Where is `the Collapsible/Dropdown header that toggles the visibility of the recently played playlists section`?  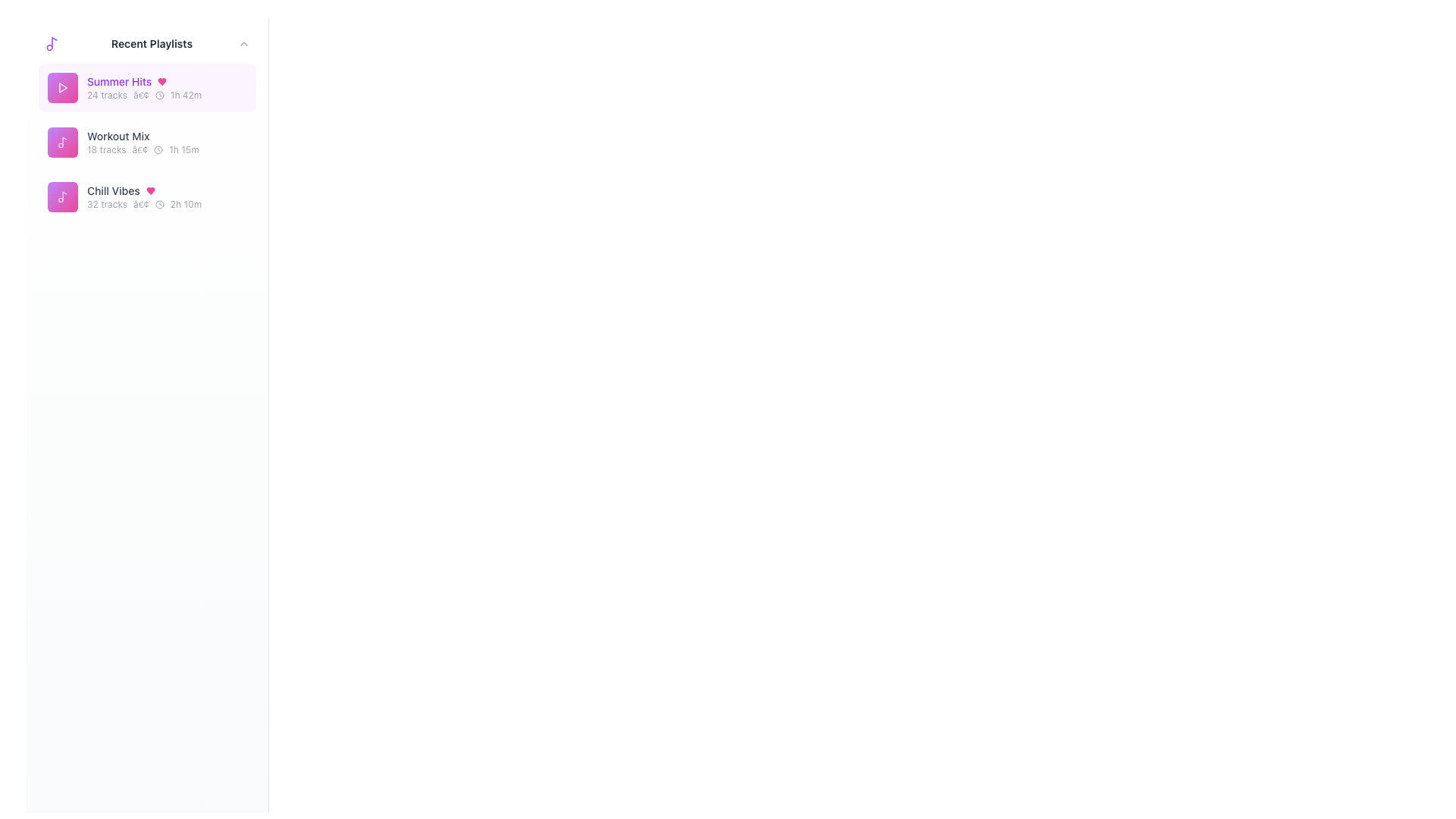
the Collapsible/Dropdown header that toggles the visibility of the recently played playlists section is located at coordinates (147, 42).